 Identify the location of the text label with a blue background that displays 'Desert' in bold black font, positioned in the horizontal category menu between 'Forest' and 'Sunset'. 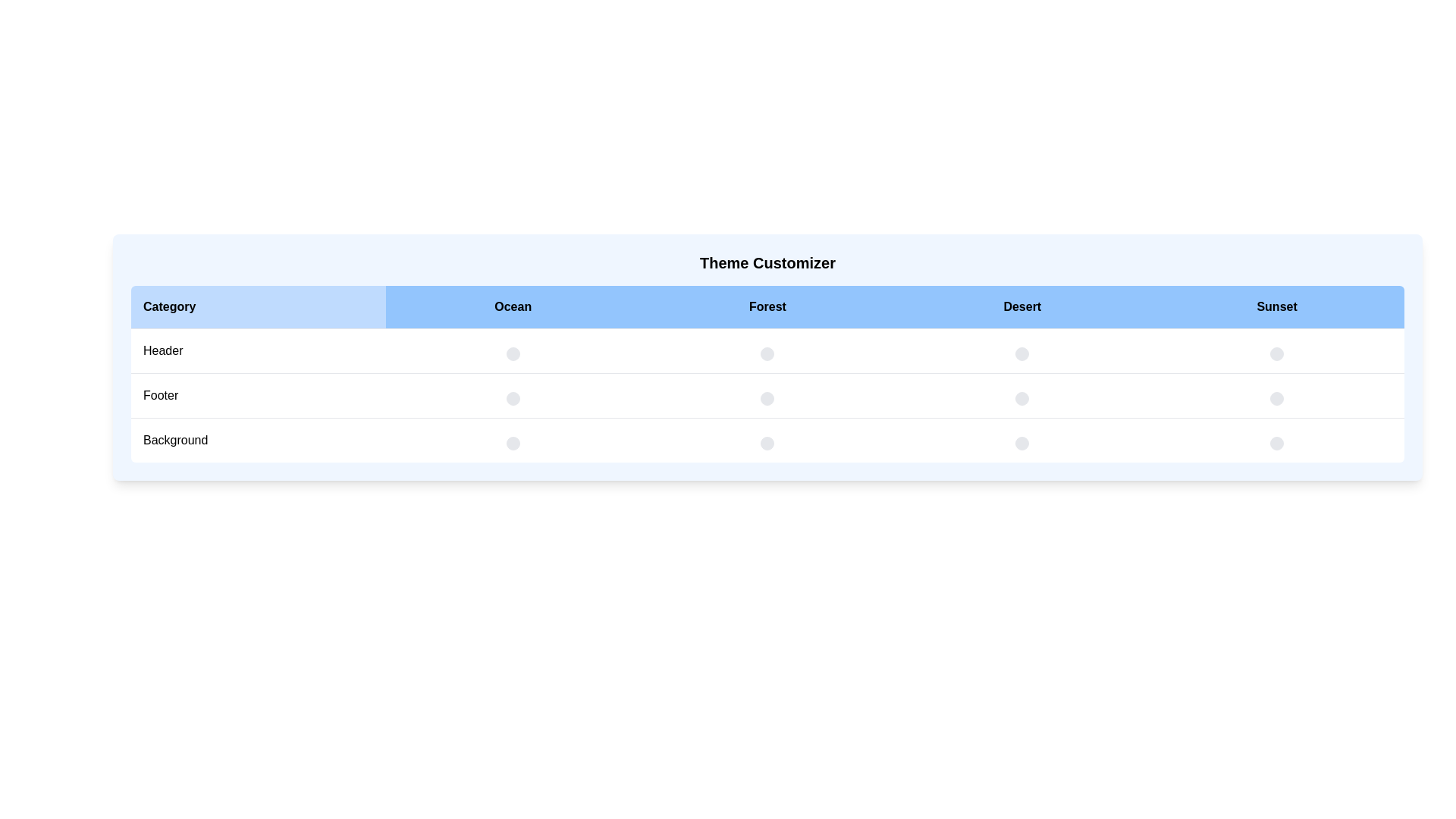
(1022, 307).